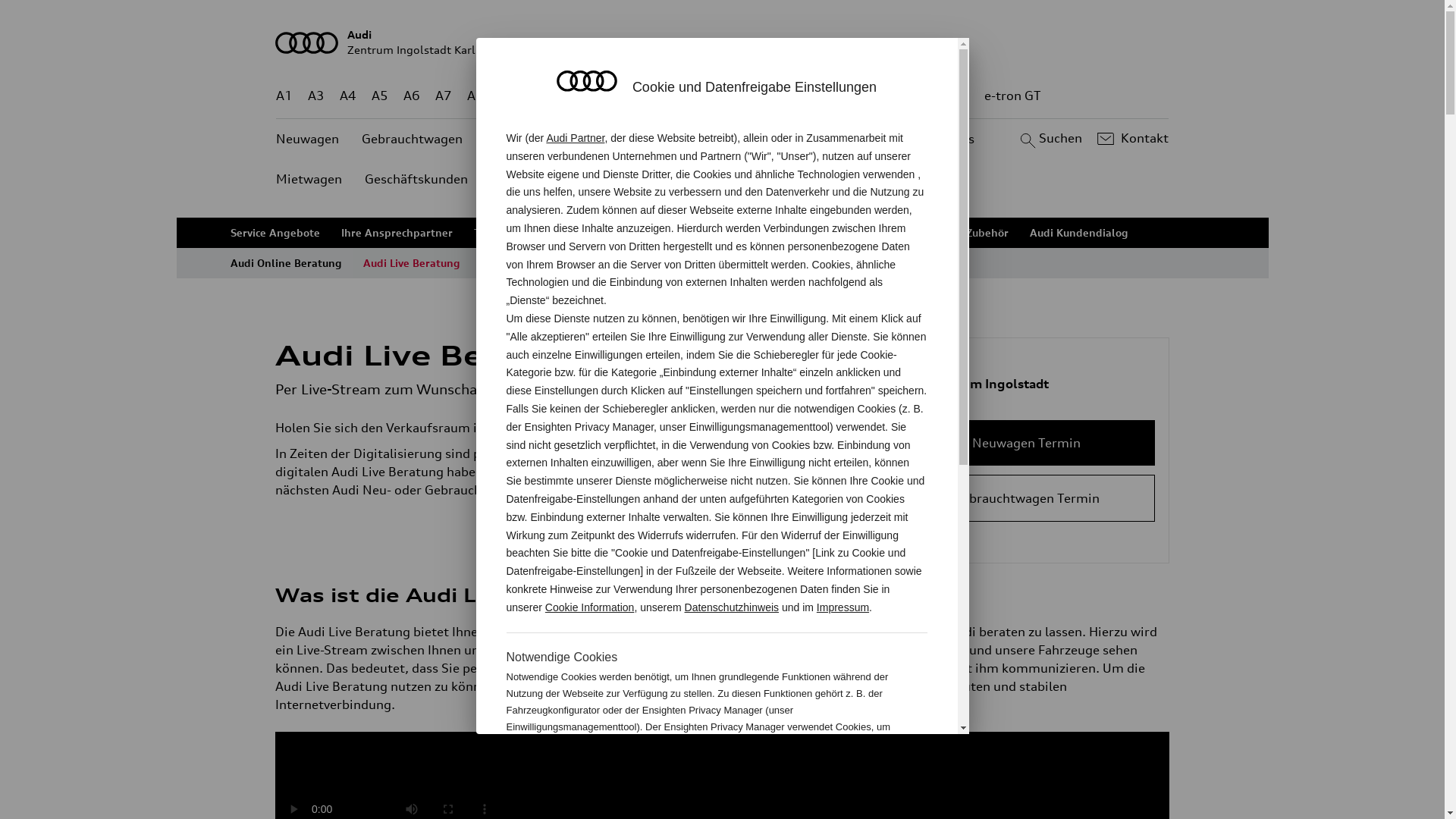 This screenshot has width=1456, height=819. What do you see at coordinates (546, 137) in the screenshot?
I see `'Audi Partner'` at bounding box center [546, 137].